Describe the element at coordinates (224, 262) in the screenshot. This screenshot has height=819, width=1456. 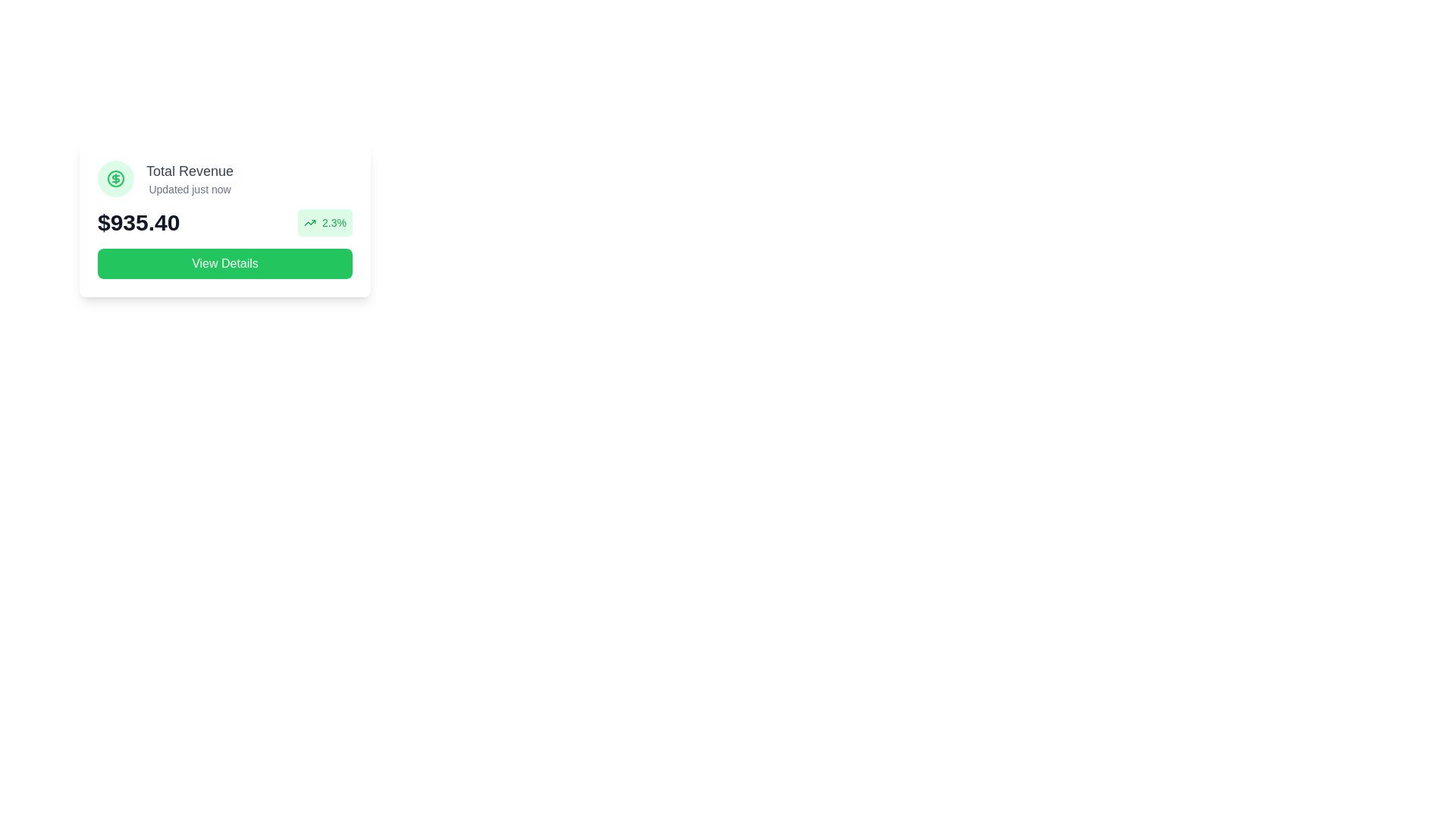
I see `the button located at the bottom of the card component` at that location.